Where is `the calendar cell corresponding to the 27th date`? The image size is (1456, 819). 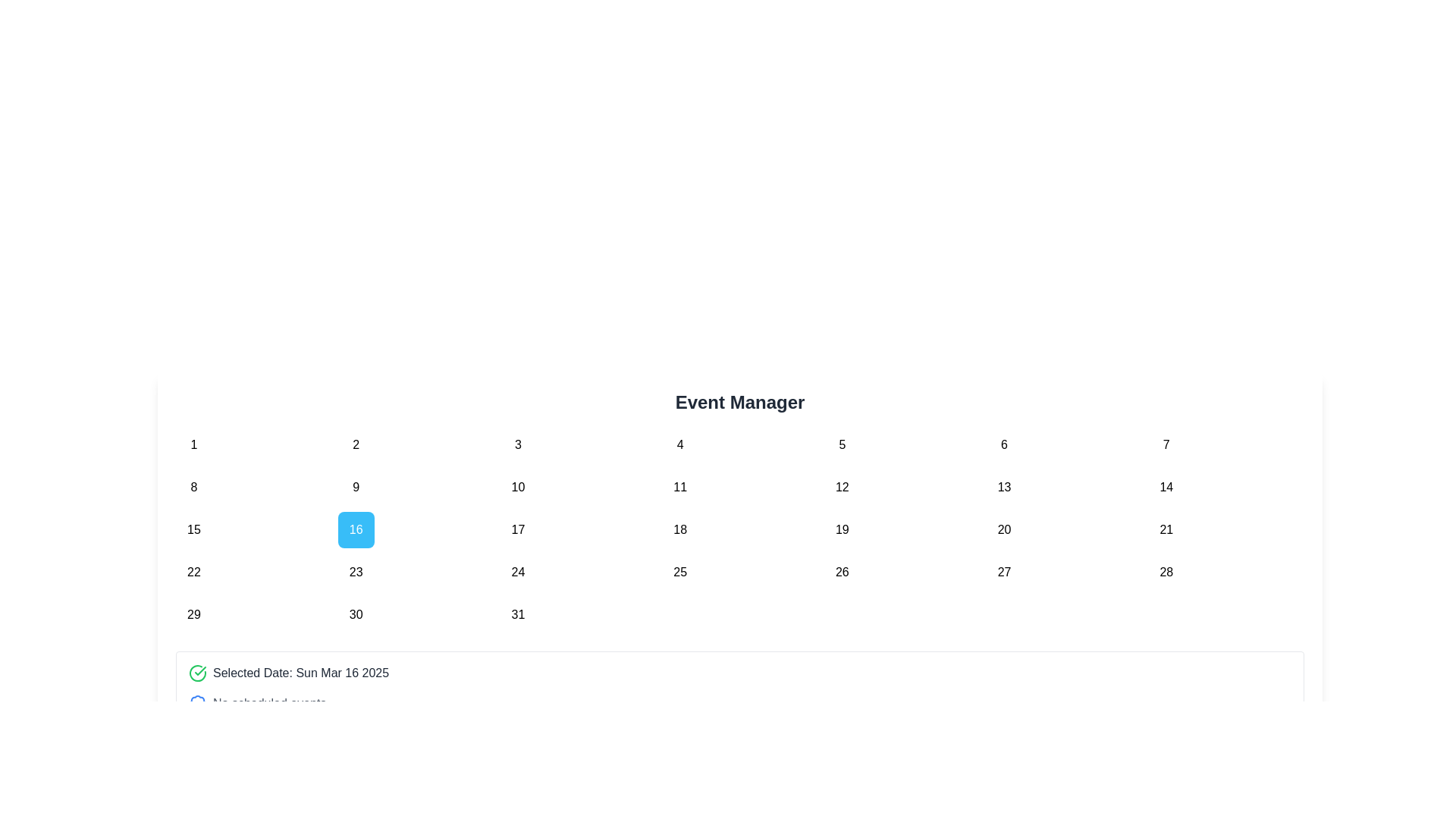 the calendar cell corresponding to the 27th date is located at coordinates (1004, 573).